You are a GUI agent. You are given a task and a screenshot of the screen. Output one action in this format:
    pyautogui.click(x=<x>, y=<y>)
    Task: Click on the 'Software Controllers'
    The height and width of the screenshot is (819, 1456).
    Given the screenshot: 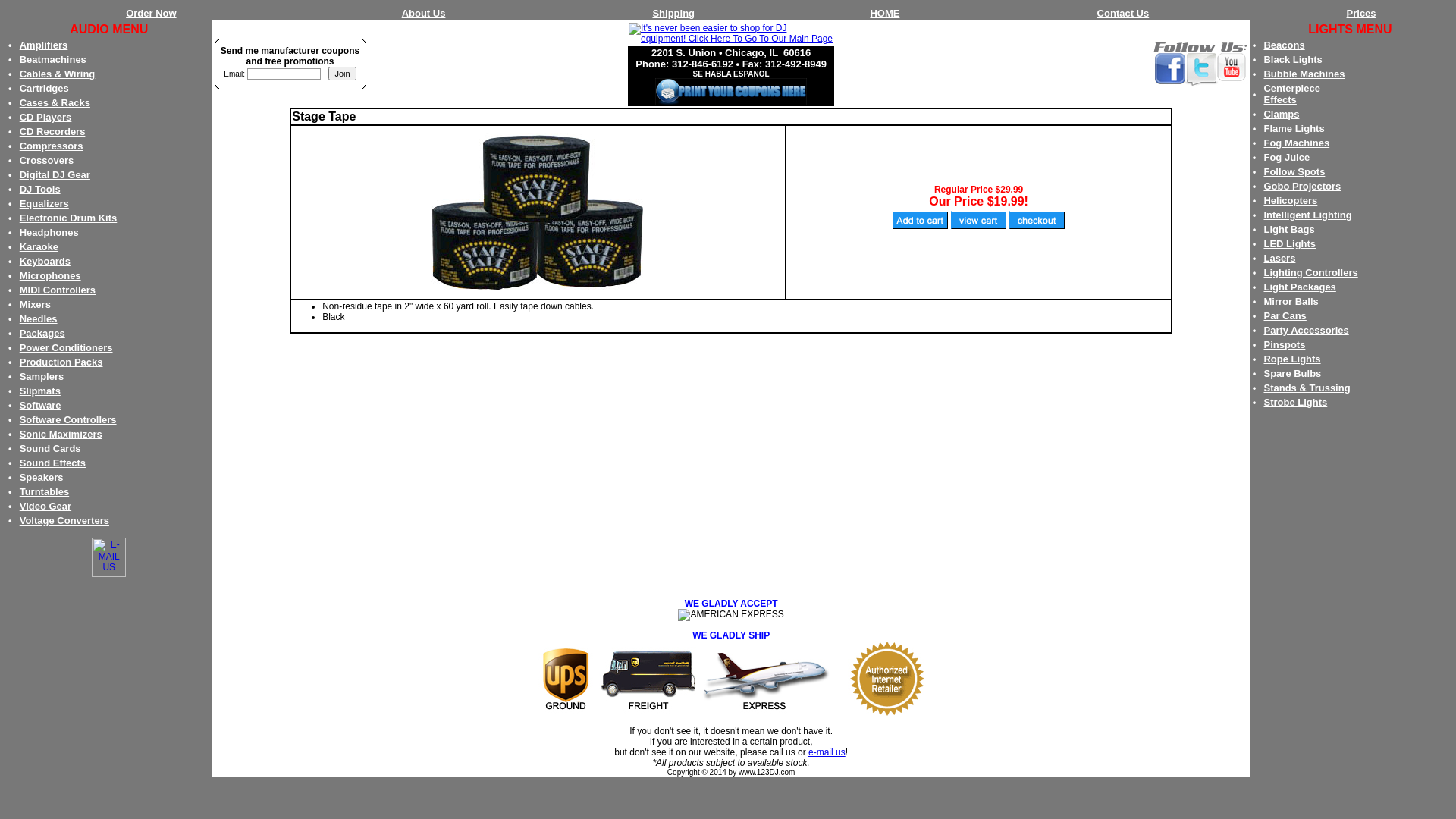 What is the action you would take?
    pyautogui.click(x=19, y=419)
    